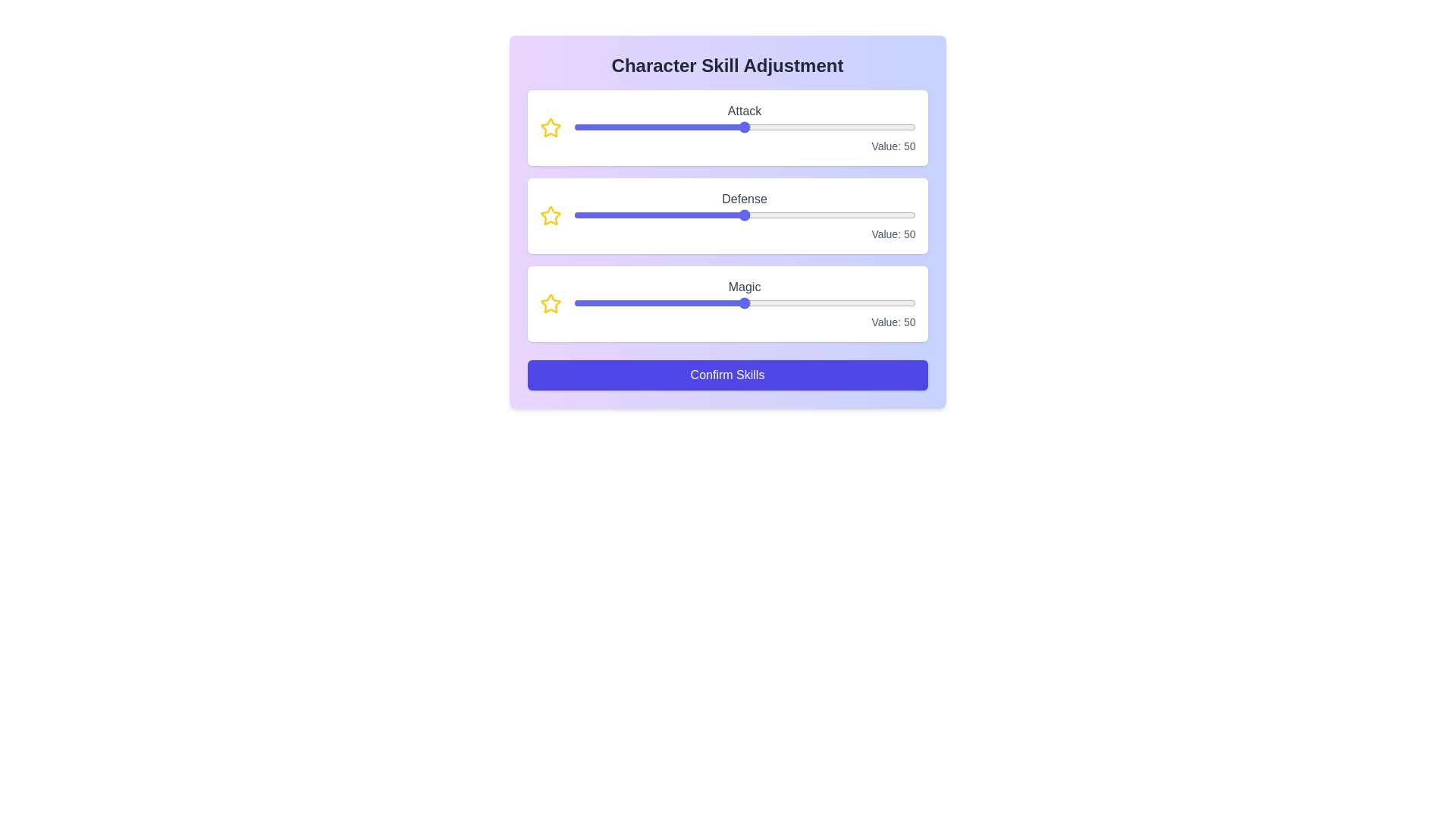 The height and width of the screenshot is (819, 1456). I want to click on the 0 slider to 39, so click(810, 127).